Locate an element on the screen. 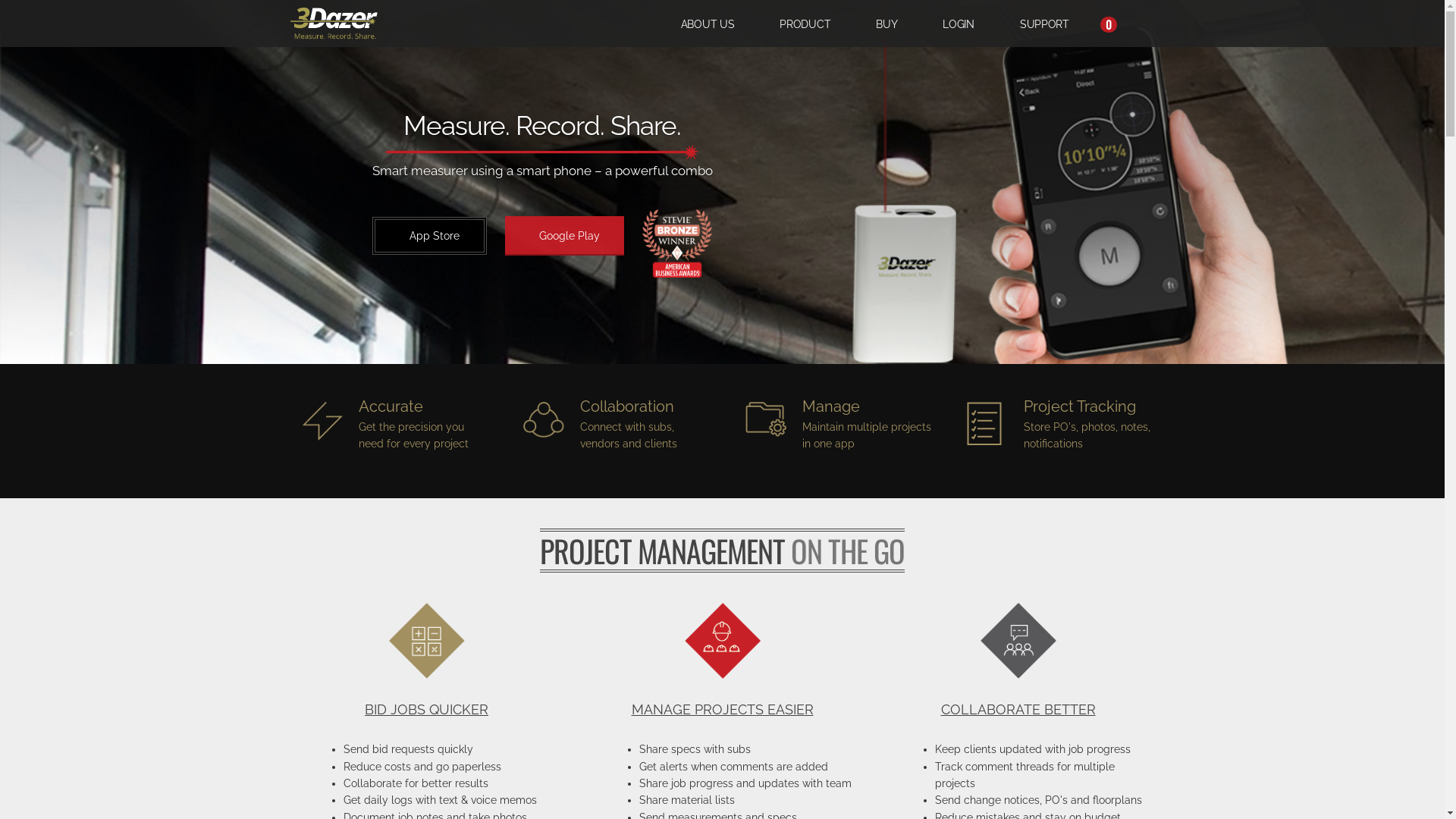 The width and height of the screenshot is (1456, 819). 'BUY' is located at coordinates (886, 23).